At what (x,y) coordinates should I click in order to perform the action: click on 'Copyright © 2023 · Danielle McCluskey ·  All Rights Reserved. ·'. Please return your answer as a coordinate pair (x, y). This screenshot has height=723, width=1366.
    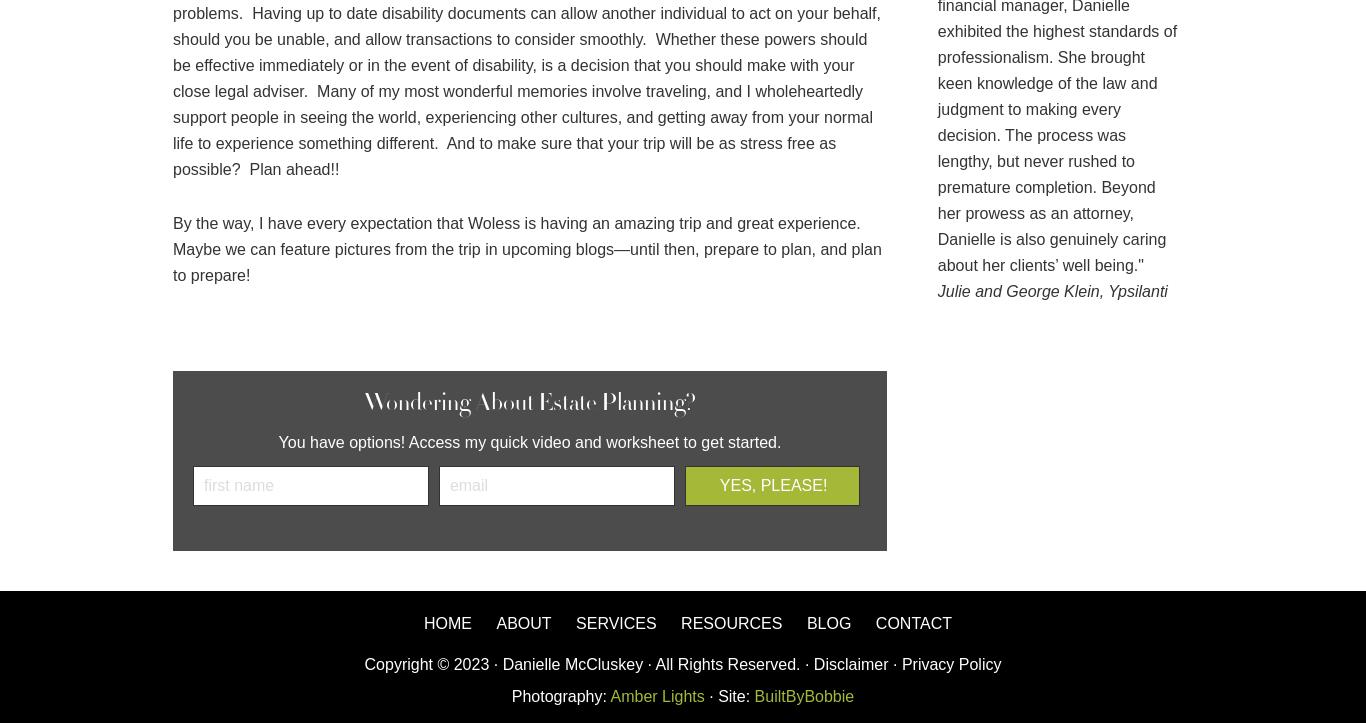
    Looking at the image, I should click on (587, 663).